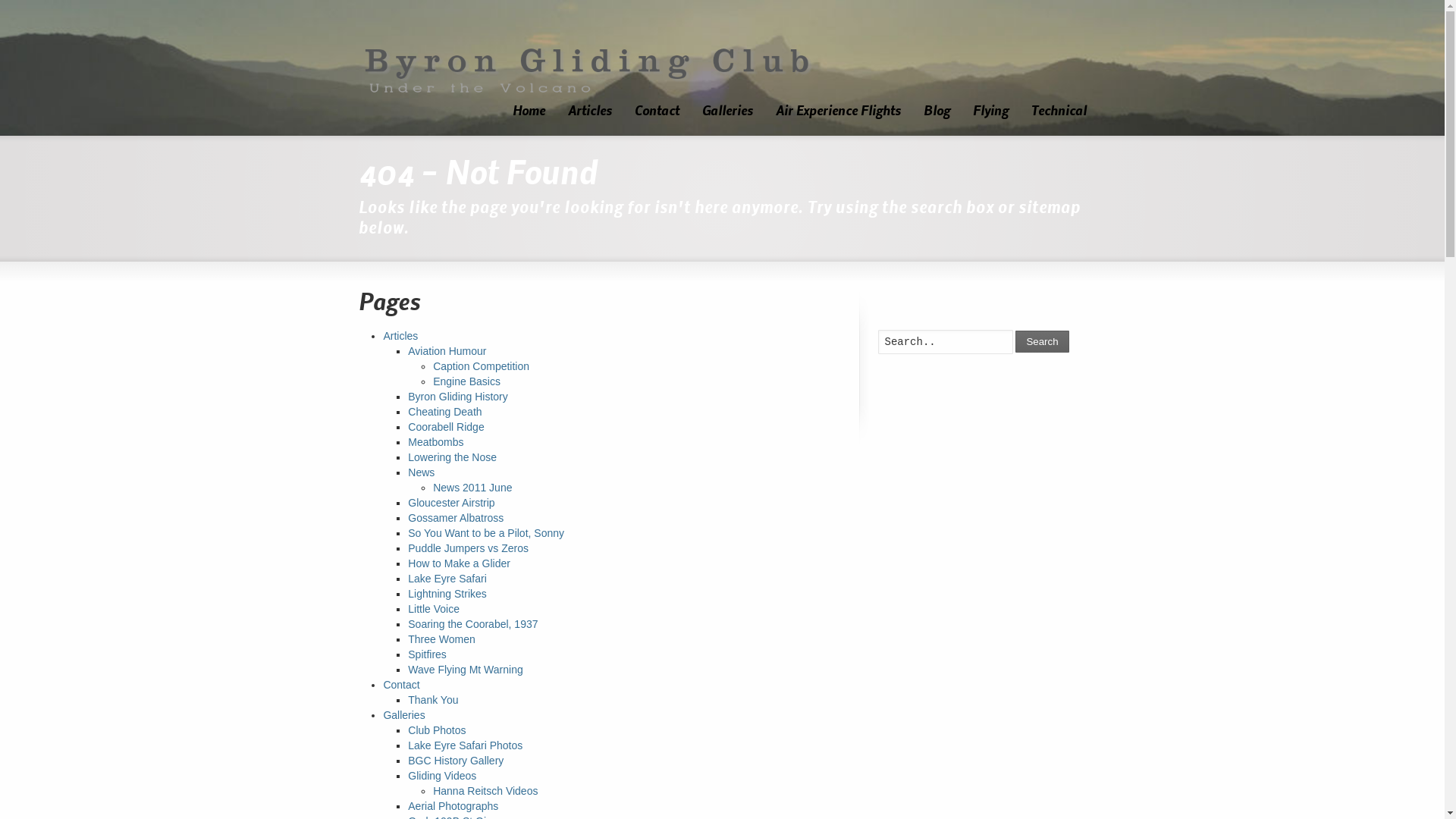 Image resolution: width=1456 pixels, height=819 pixels. What do you see at coordinates (466, 380) in the screenshot?
I see `'Engine Basics'` at bounding box center [466, 380].